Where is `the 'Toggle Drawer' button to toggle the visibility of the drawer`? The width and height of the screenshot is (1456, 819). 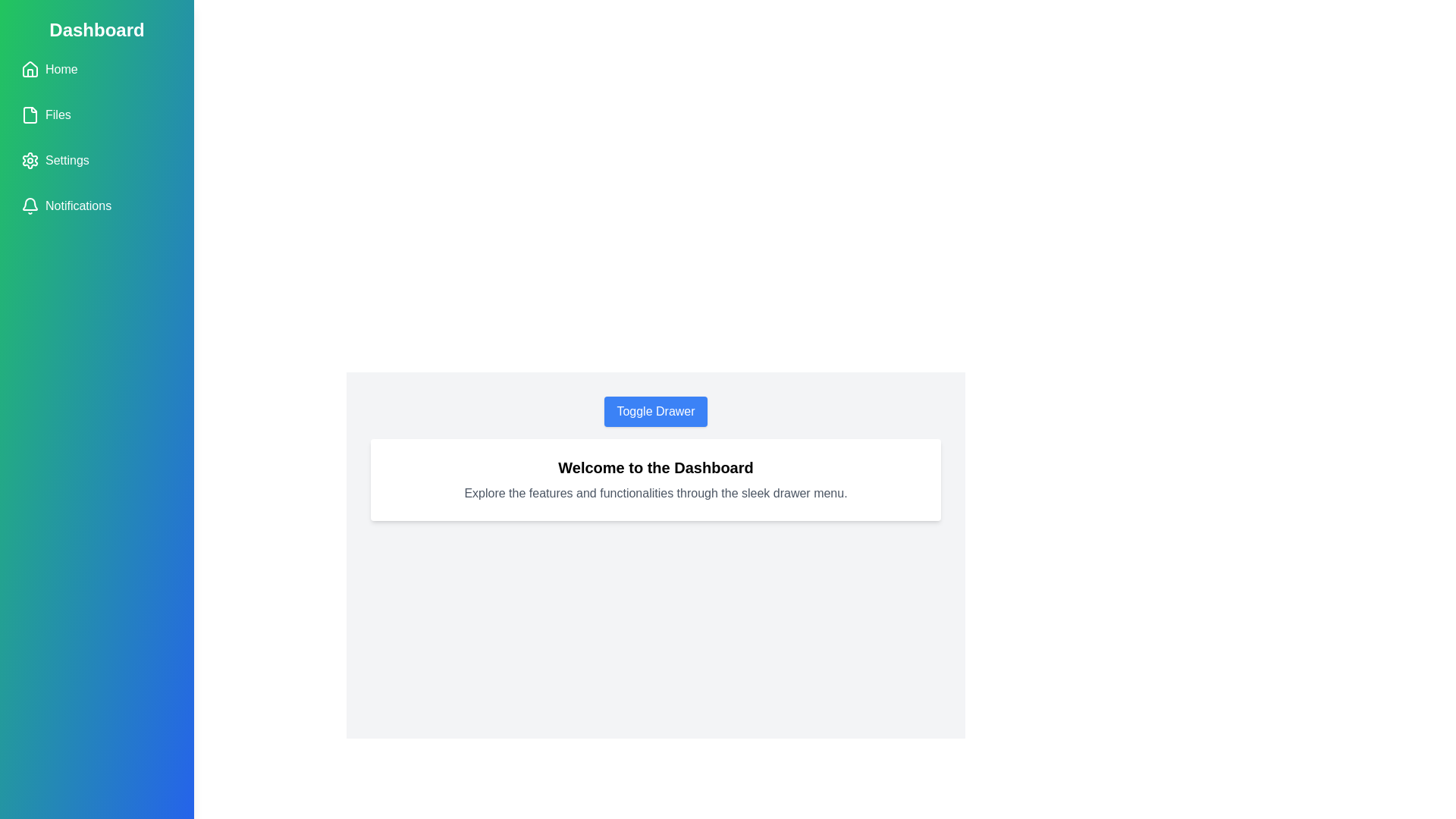 the 'Toggle Drawer' button to toggle the visibility of the drawer is located at coordinates (655, 412).